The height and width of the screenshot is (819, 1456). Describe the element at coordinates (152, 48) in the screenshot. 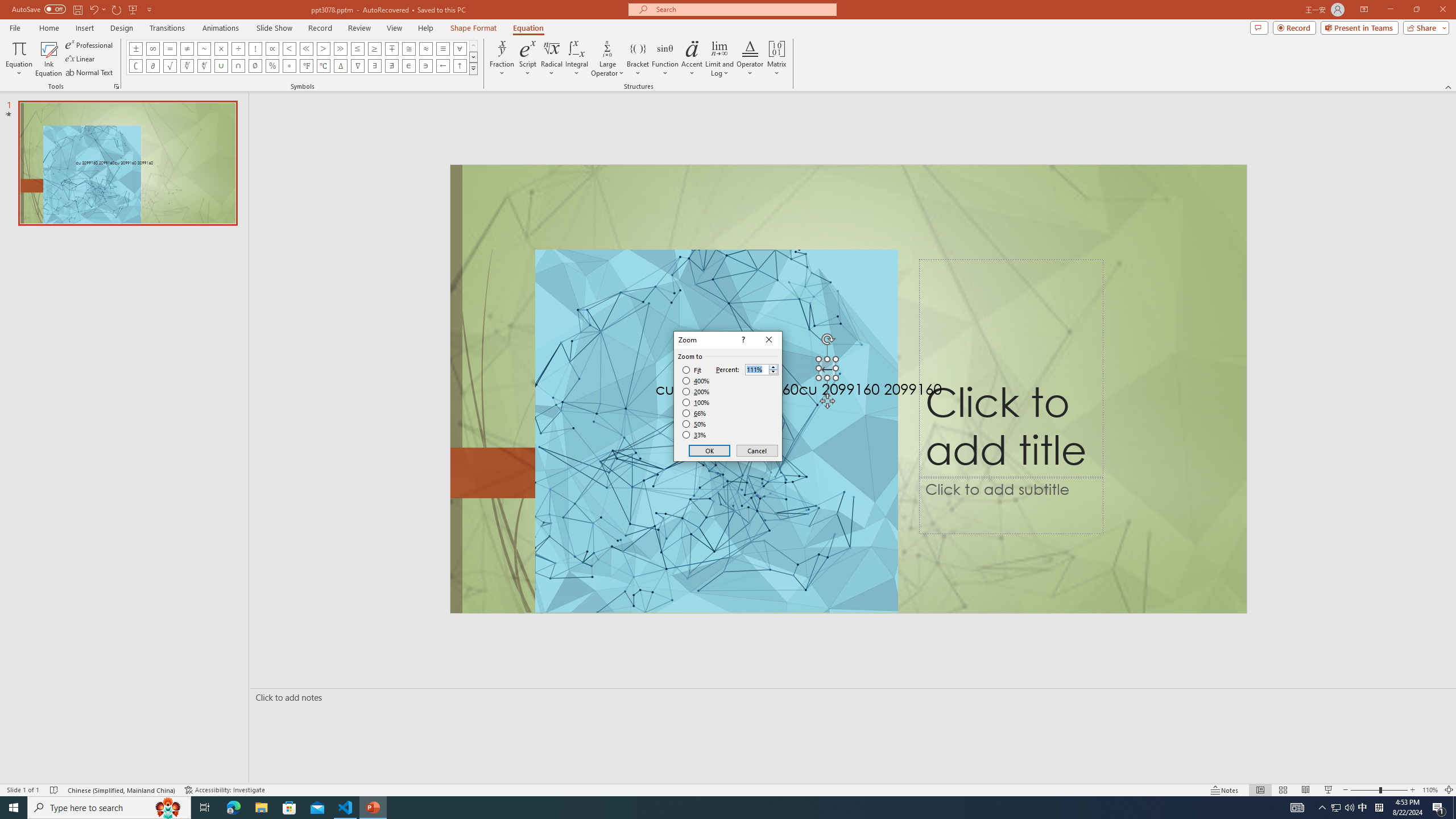

I see `'Equation Symbol Infinity'` at that location.